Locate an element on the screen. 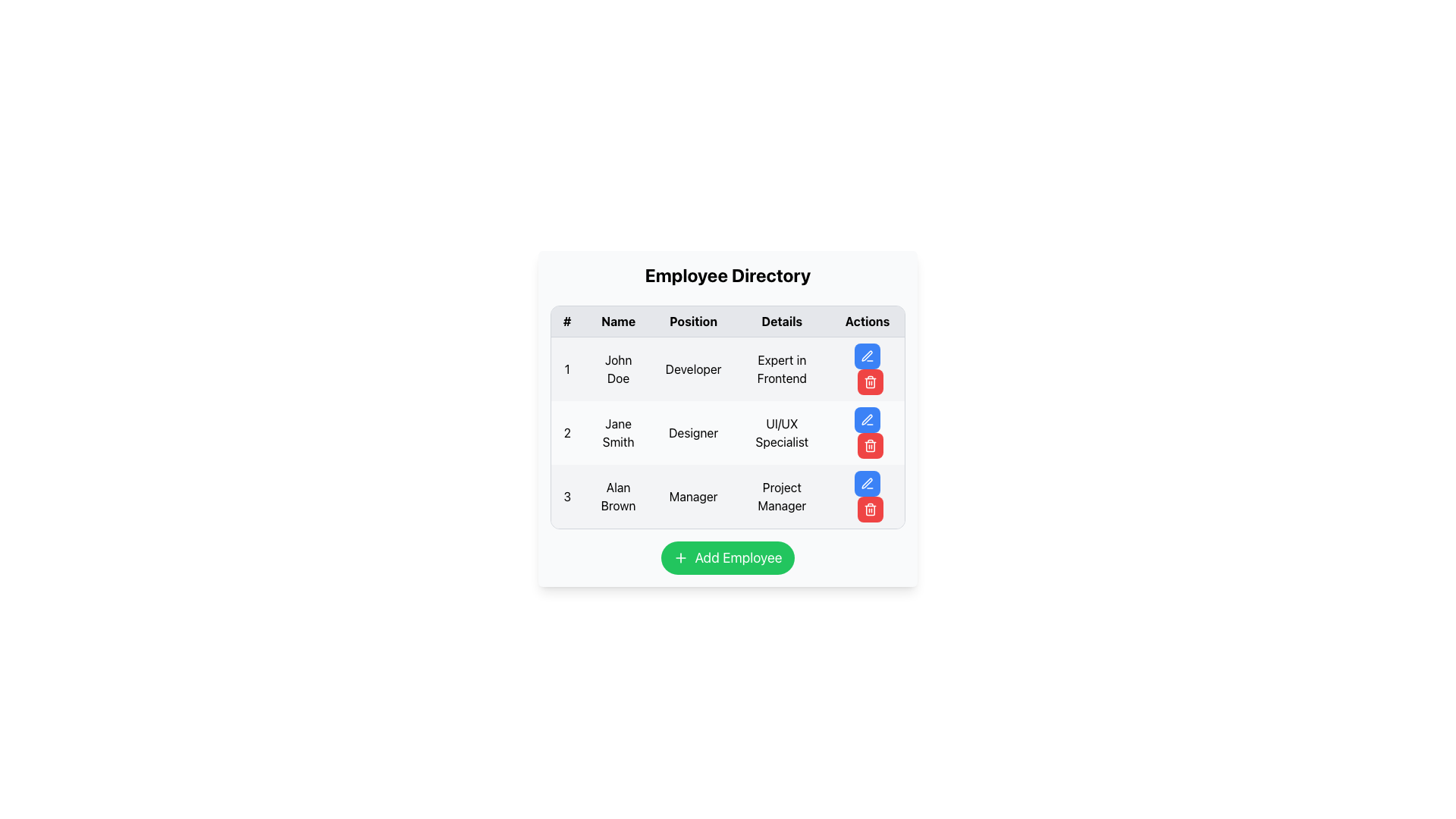 This screenshot has width=1456, height=819. the 'Developer' text label in the 'Position' column for 'John Doe' in the Employee Directory interface is located at coordinates (692, 369).